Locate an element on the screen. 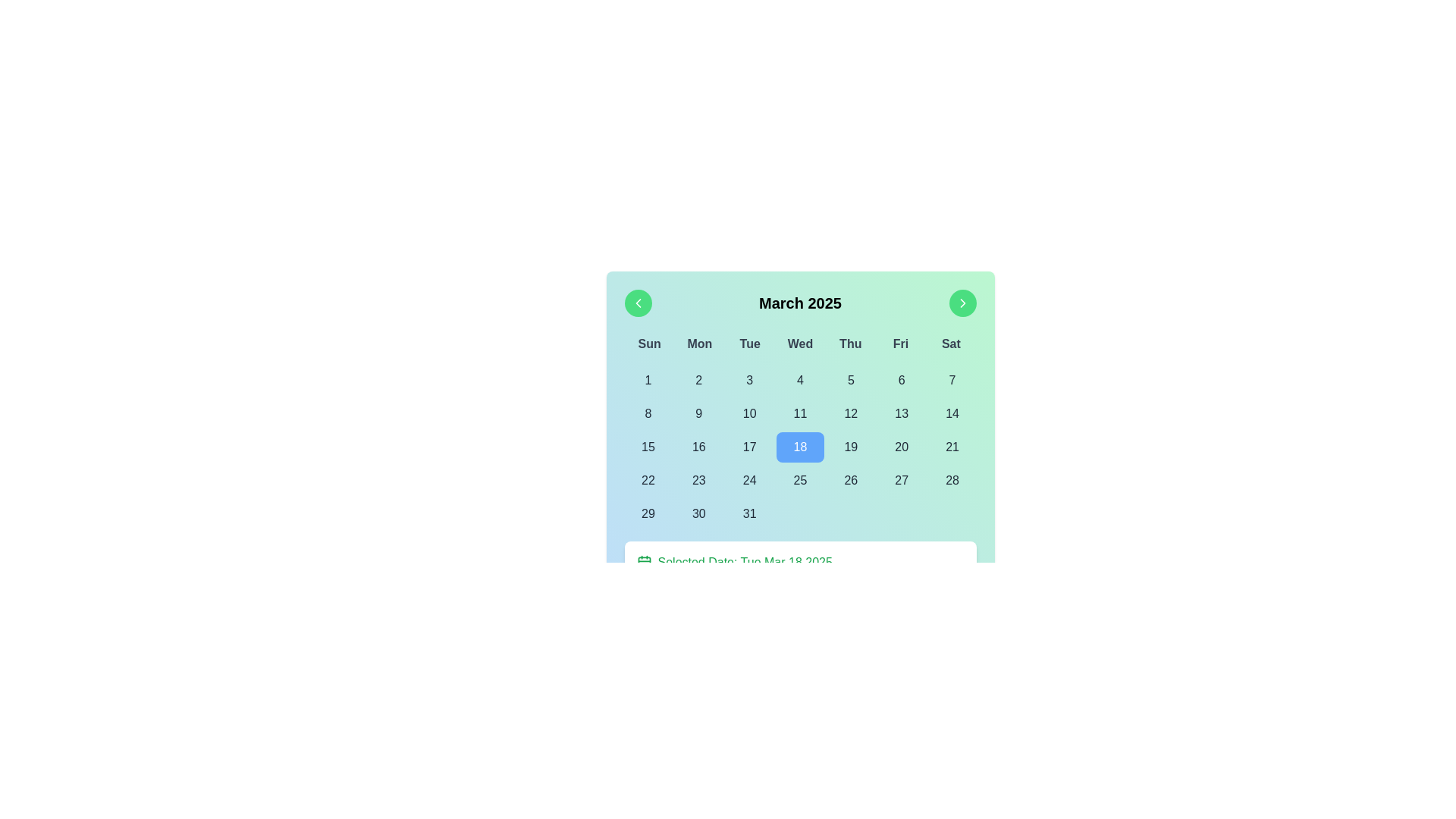  the Label row that serves as the header for the calendar days, located below the title 'March 2025' and above the grid of days is located at coordinates (799, 344).